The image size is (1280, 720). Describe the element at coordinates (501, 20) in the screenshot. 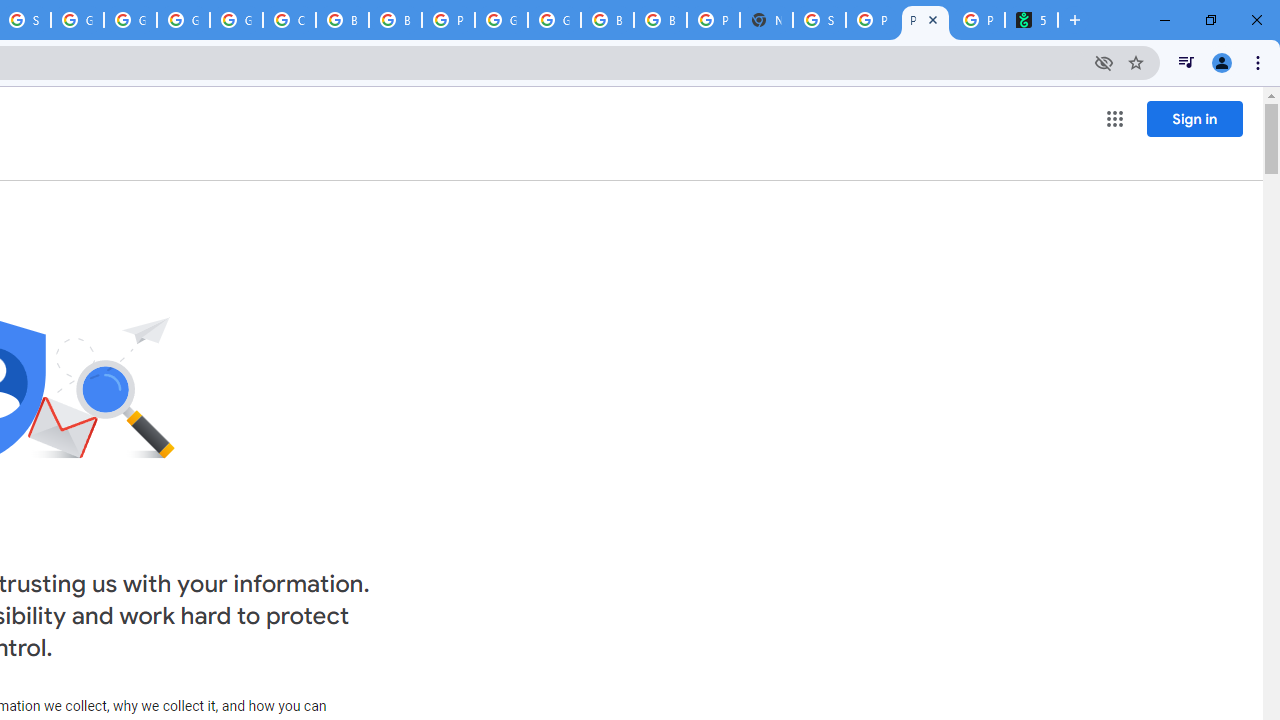

I see `'Google Cloud Platform'` at that location.